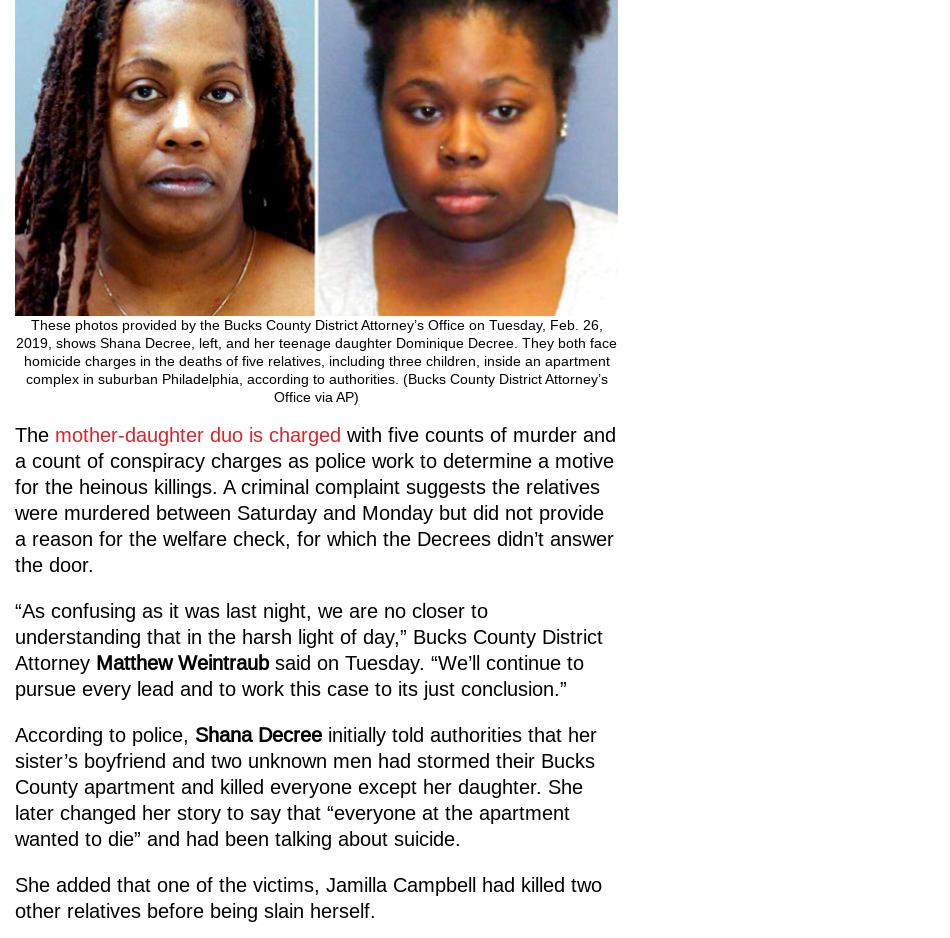 The image size is (950, 938). What do you see at coordinates (82, 581) in the screenshot?
I see `'Subscribe'` at bounding box center [82, 581].